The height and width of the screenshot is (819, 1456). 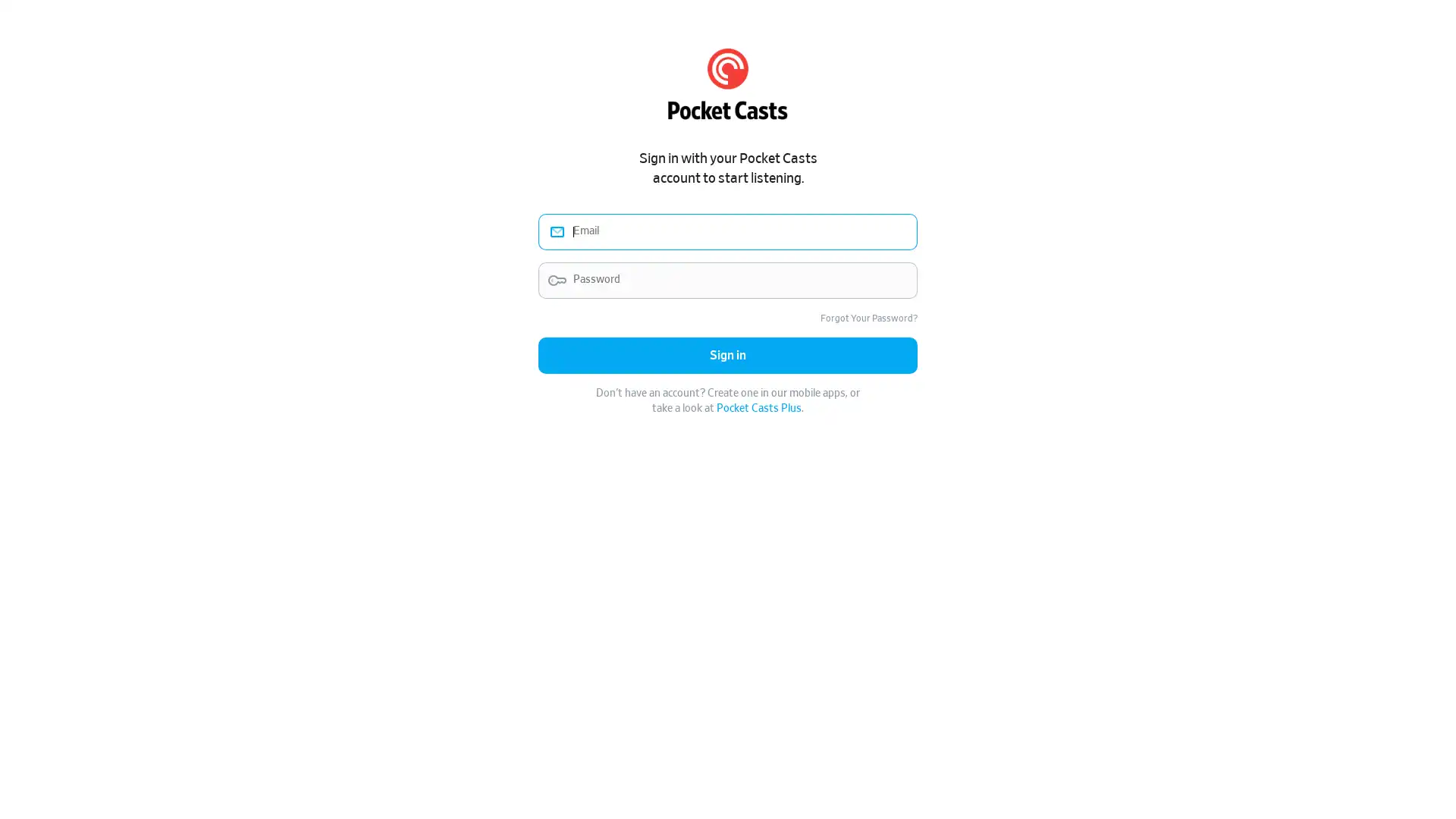 I want to click on Sign in, so click(x=728, y=356).